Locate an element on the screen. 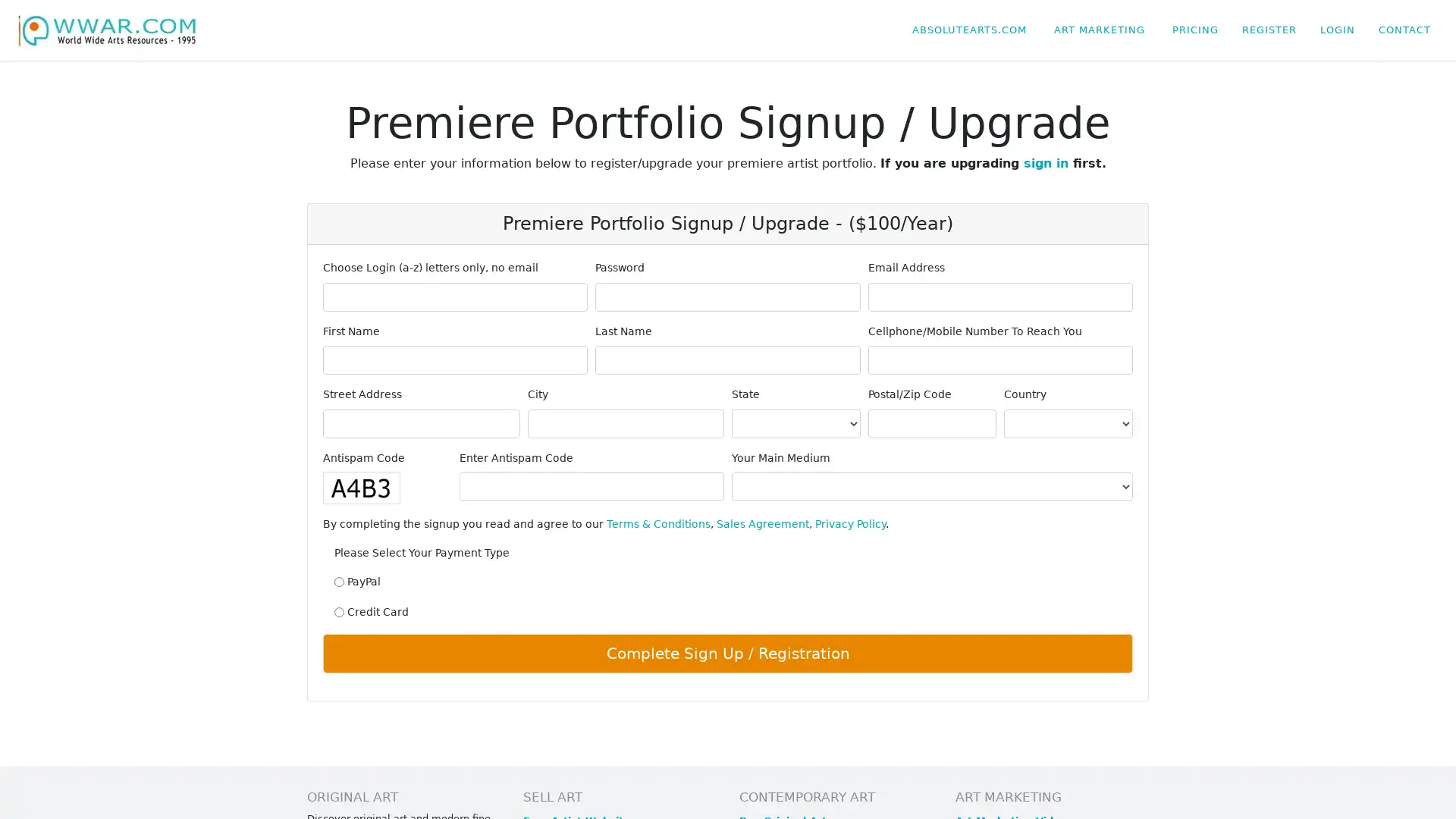  Complete Sign Up / Registration is located at coordinates (728, 652).